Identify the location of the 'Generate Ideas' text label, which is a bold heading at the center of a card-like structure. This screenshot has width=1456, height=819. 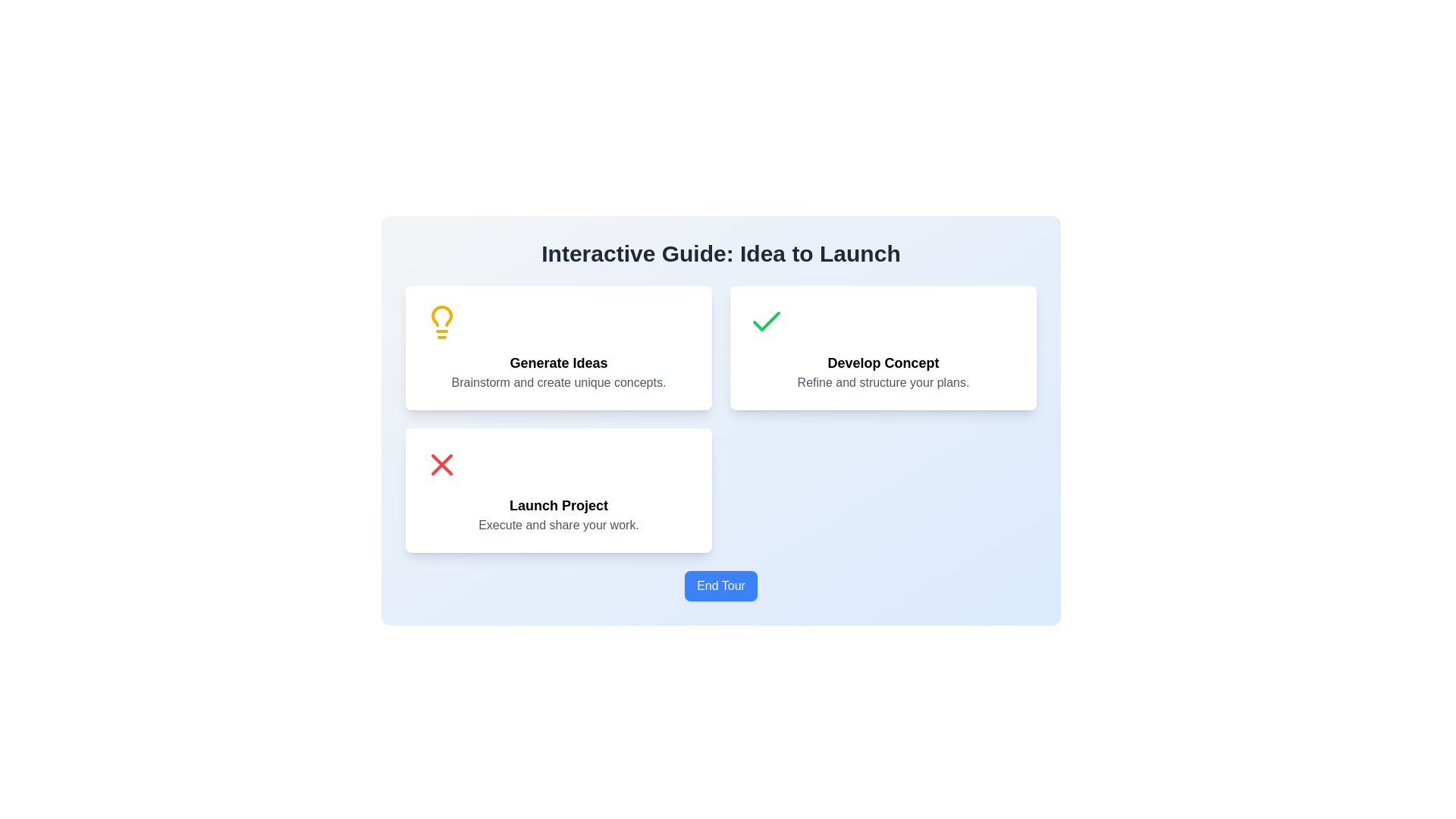
(558, 362).